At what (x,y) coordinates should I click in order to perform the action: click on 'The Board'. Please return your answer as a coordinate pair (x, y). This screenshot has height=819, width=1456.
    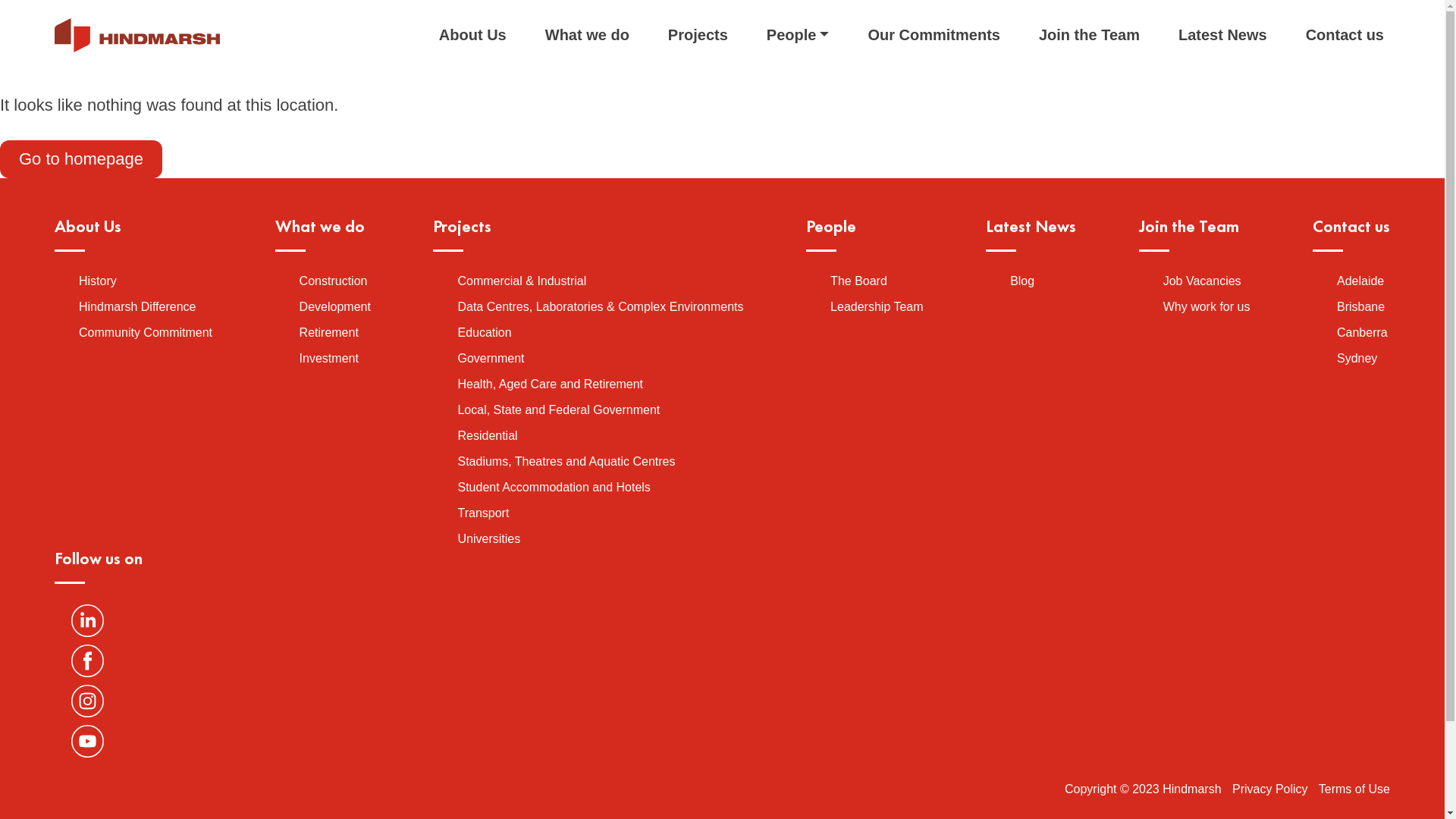
    Looking at the image, I should click on (858, 281).